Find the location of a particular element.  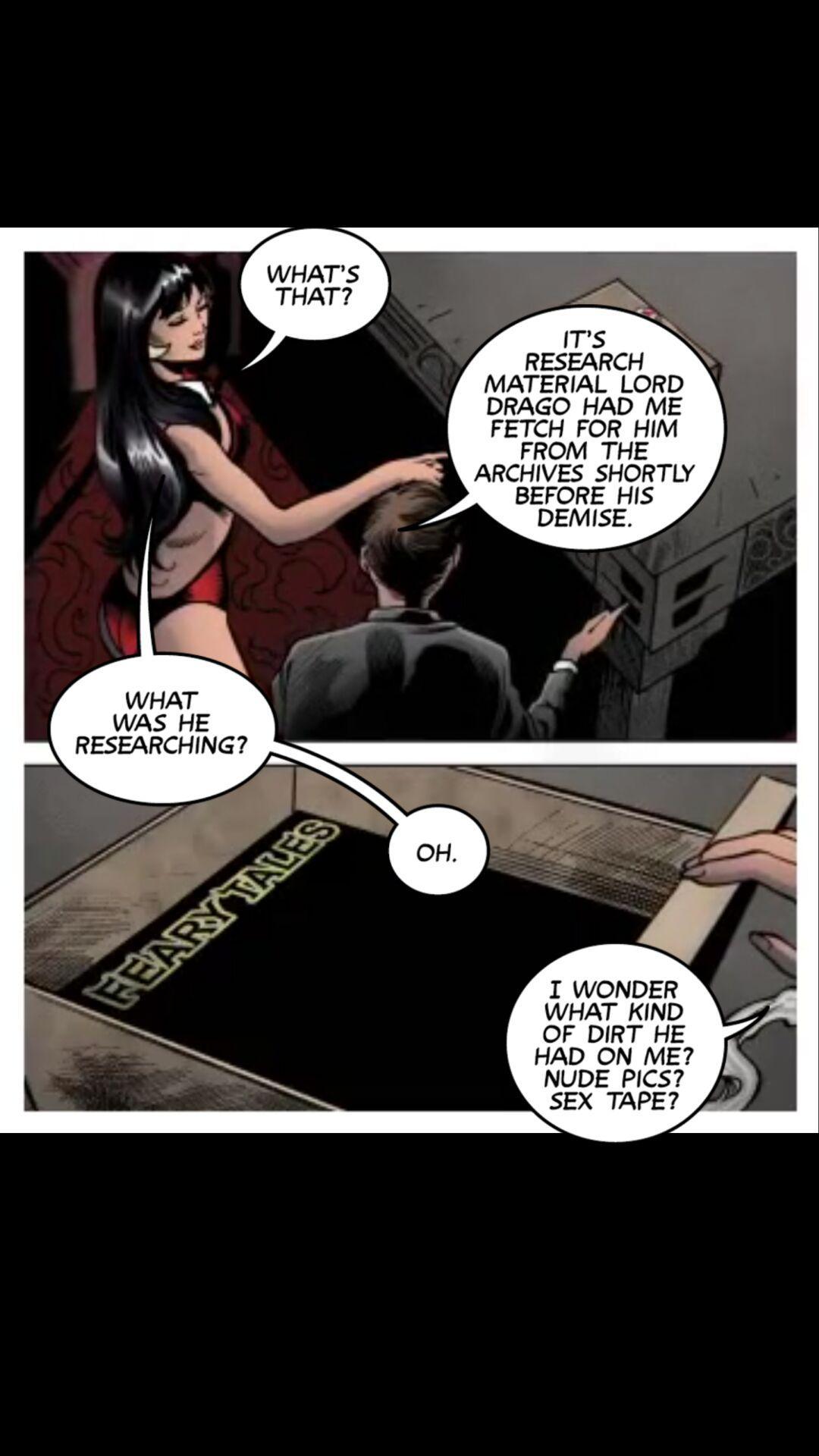

story is located at coordinates (562, 428).